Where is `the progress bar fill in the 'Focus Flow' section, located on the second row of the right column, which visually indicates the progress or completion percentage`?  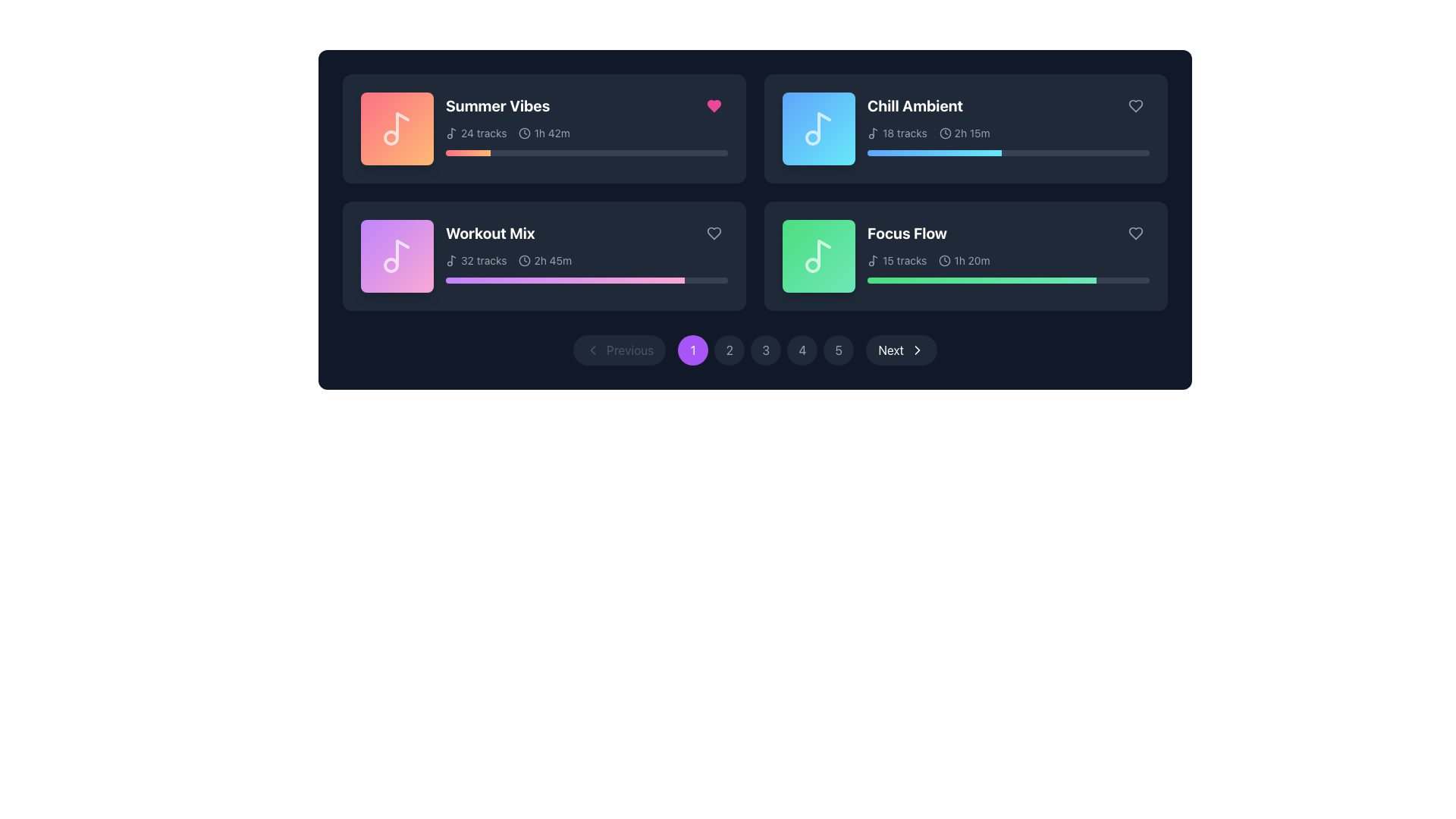 the progress bar fill in the 'Focus Flow' section, located on the second row of the right column, which visually indicates the progress or completion percentage is located at coordinates (981, 281).